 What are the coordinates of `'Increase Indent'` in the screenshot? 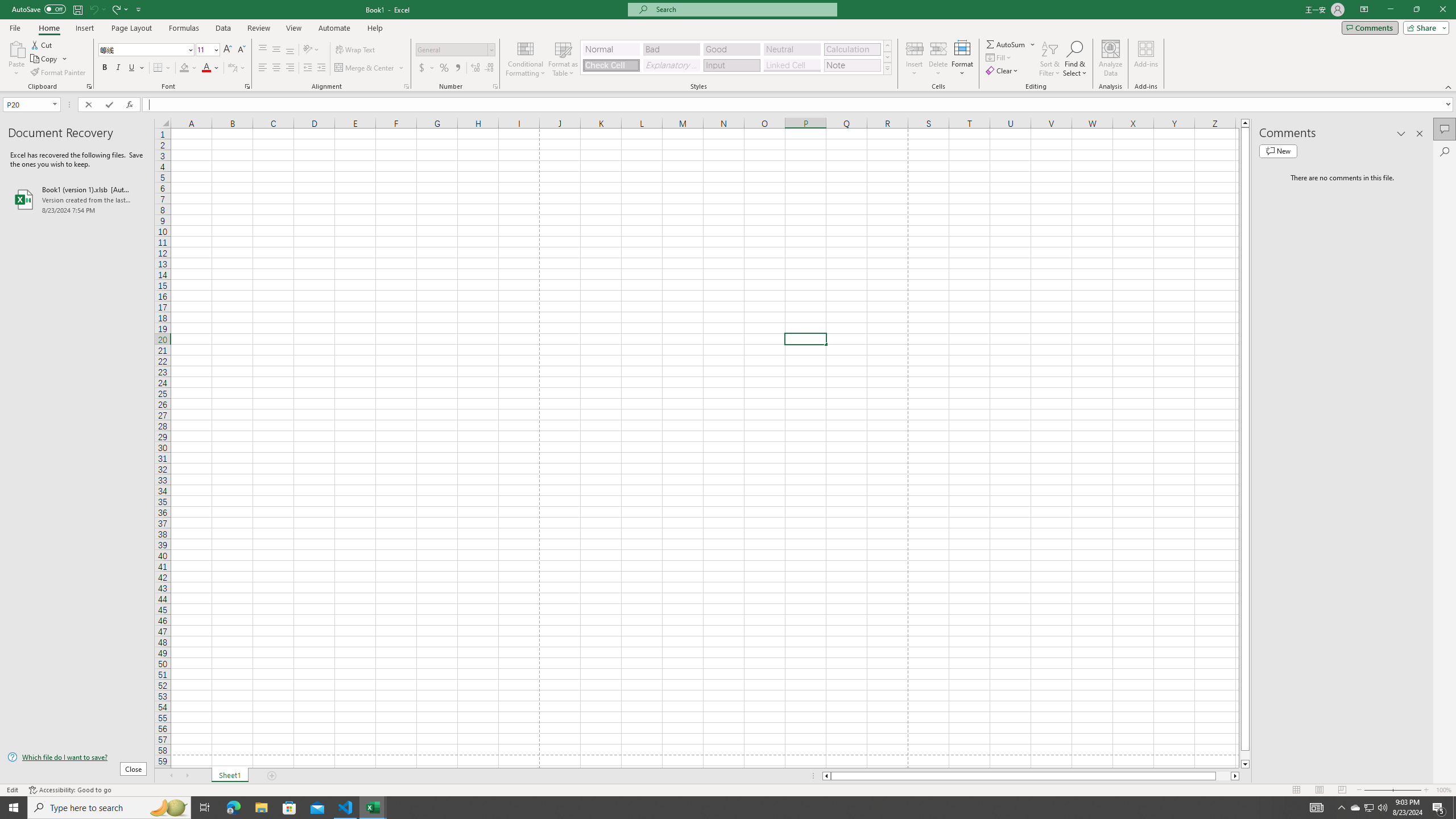 It's located at (320, 67).